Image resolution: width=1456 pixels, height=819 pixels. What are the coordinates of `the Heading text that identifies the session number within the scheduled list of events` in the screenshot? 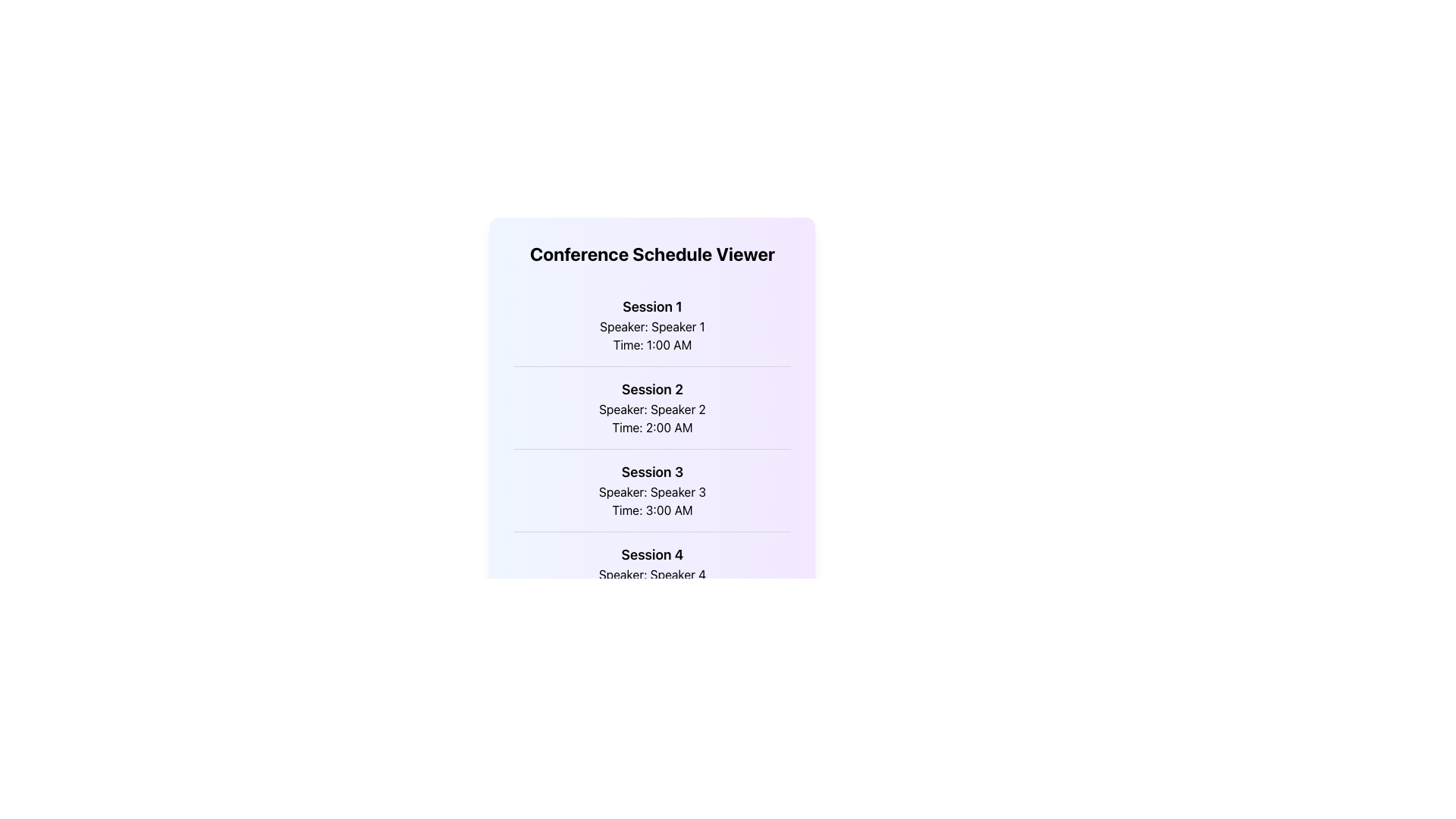 It's located at (652, 388).